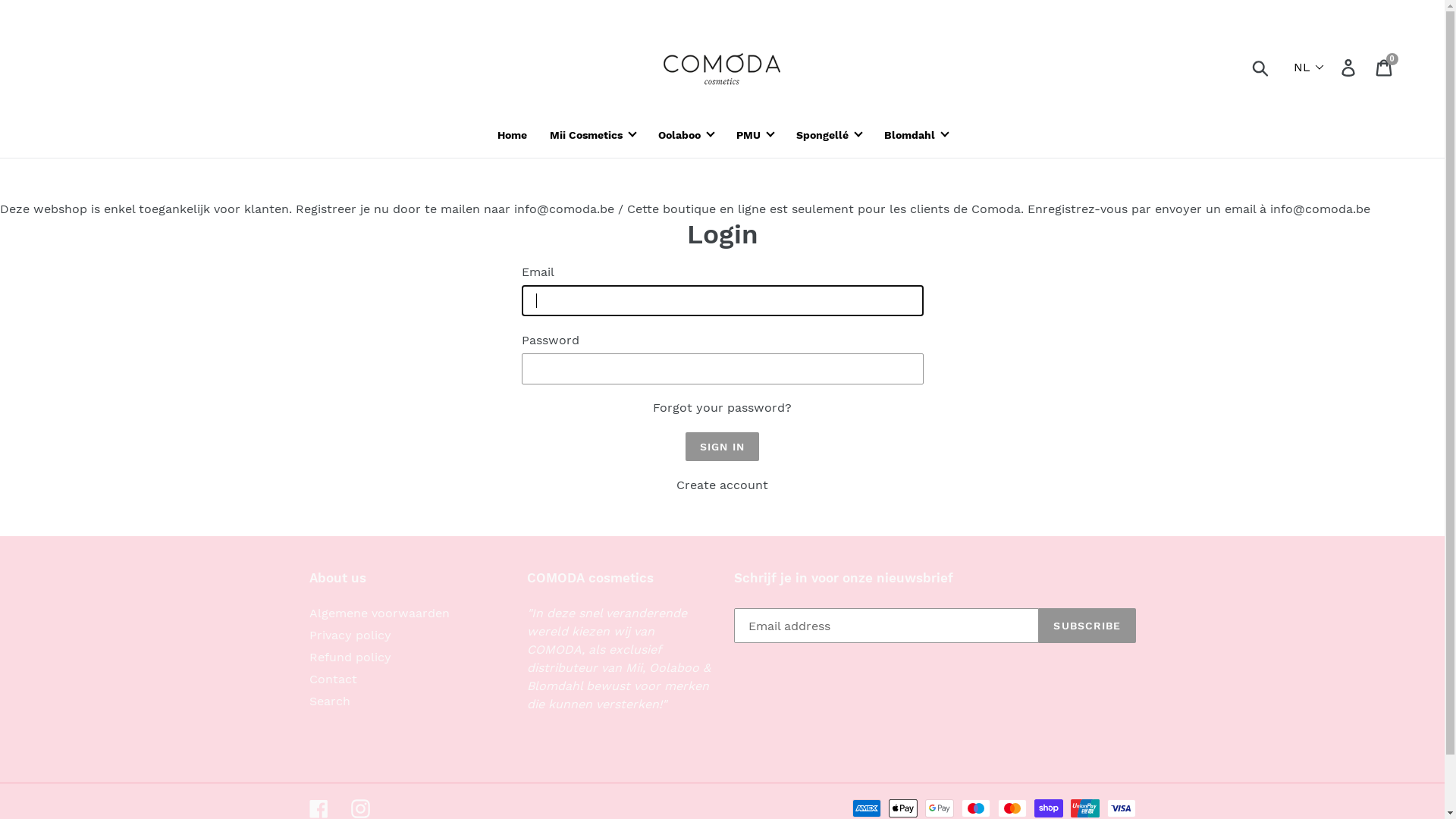  What do you see at coordinates (721, 406) in the screenshot?
I see `'Forgot your password?'` at bounding box center [721, 406].